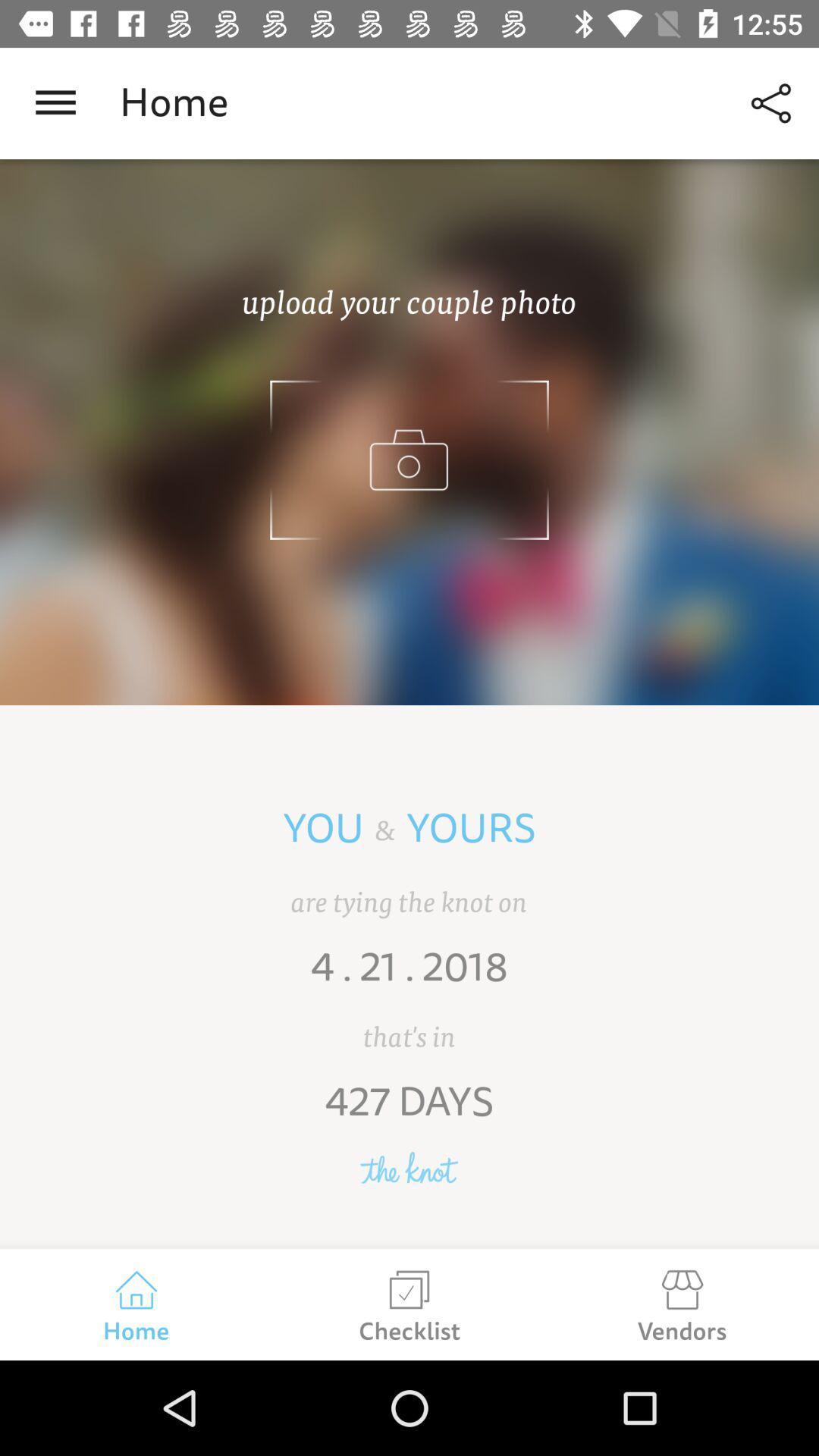 The width and height of the screenshot is (819, 1456). I want to click on upload selected photo, so click(409, 431).